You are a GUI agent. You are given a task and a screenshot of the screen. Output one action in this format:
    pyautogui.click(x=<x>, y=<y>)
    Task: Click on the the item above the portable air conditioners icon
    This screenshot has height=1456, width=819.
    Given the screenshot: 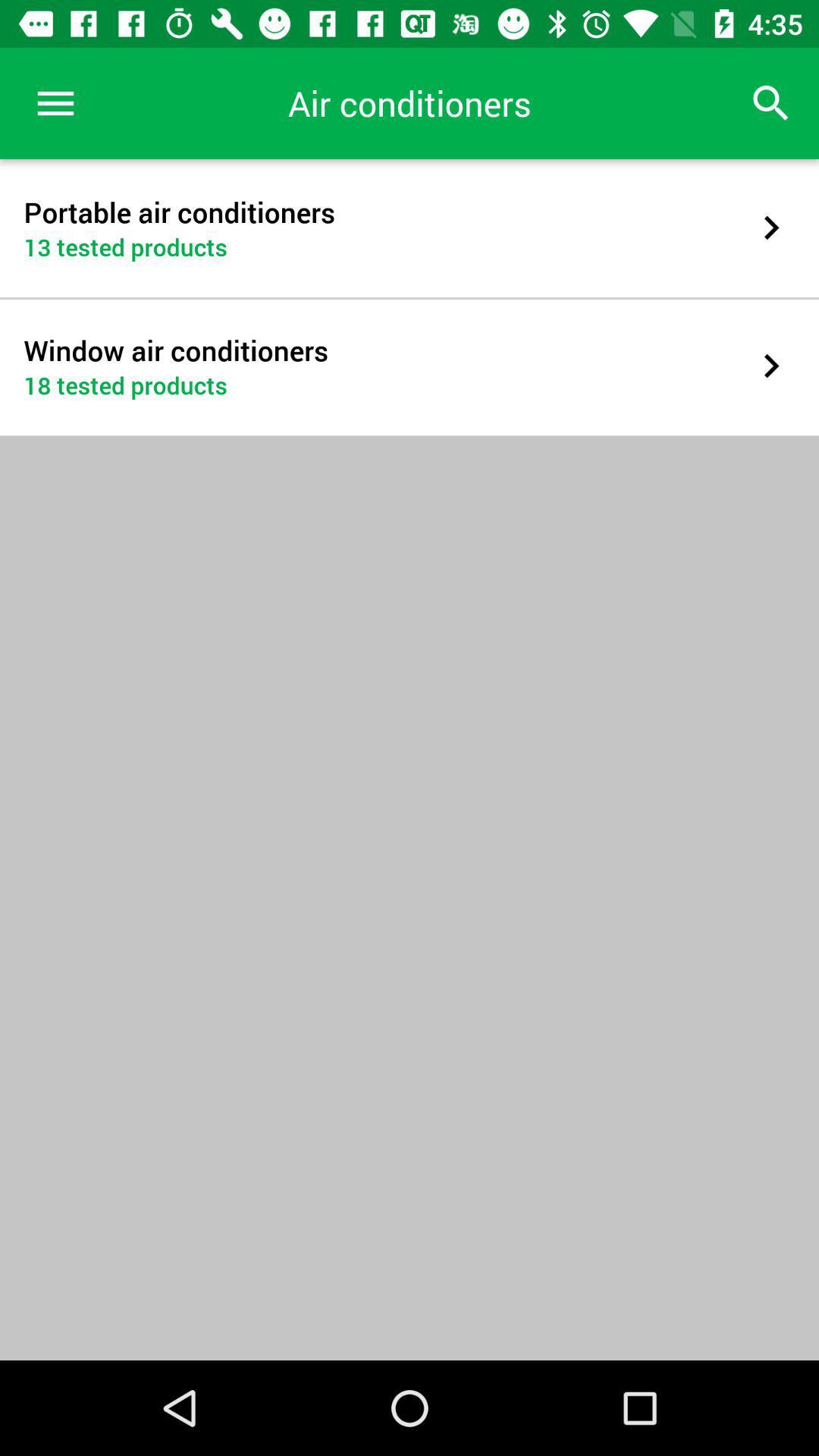 What is the action you would take?
    pyautogui.click(x=55, y=102)
    